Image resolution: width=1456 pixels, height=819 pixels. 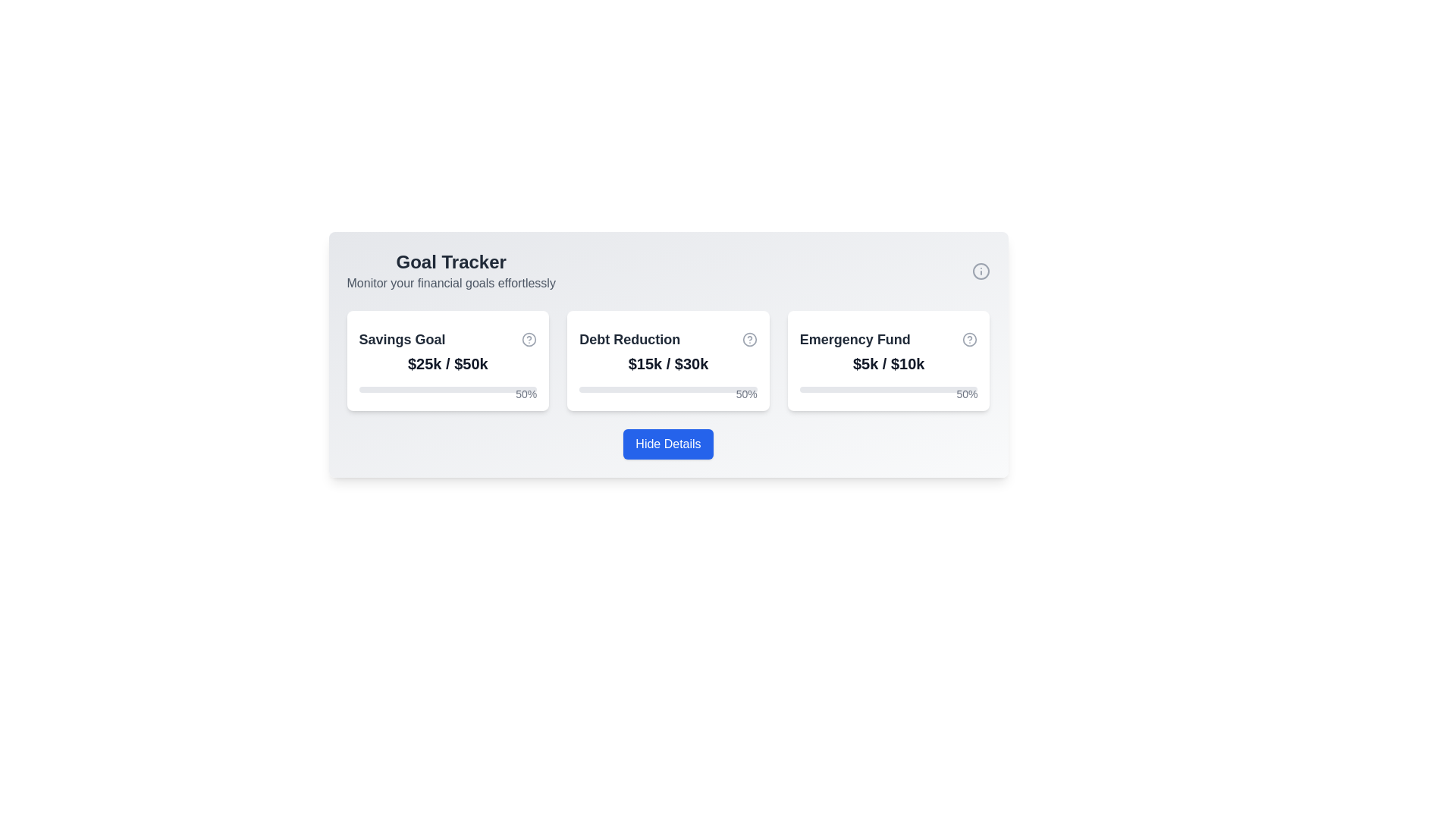 I want to click on the text label displaying the completion percentage for the progress bar in the 'Savings Goal' card of the 'Goal Tracker' interface, so click(x=526, y=394).